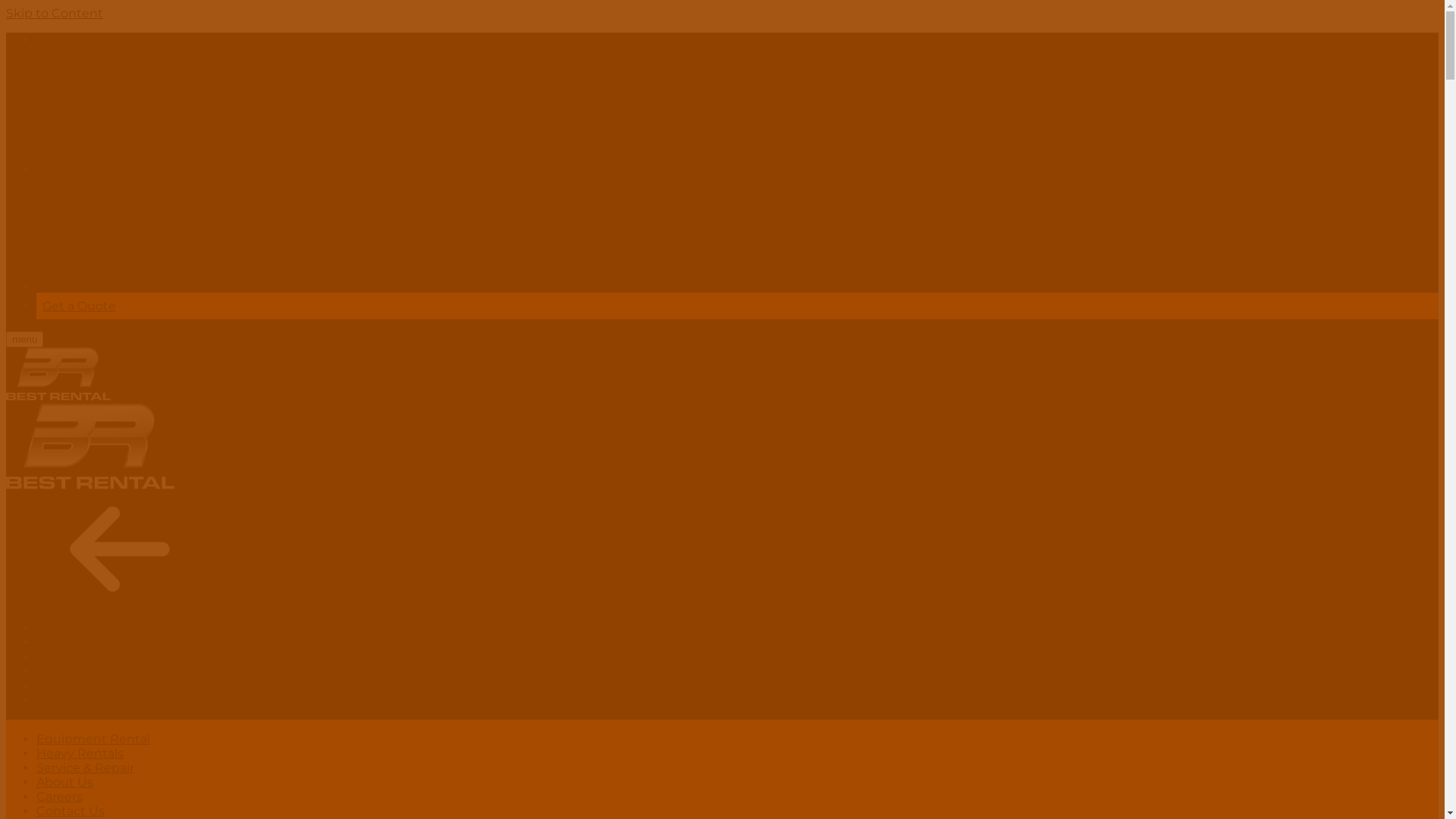 This screenshot has height=819, width=1456. What do you see at coordinates (220, 285) in the screenshot?
I see `'Val Caron: 705-897-2501'` at bounding box center [220, 285].